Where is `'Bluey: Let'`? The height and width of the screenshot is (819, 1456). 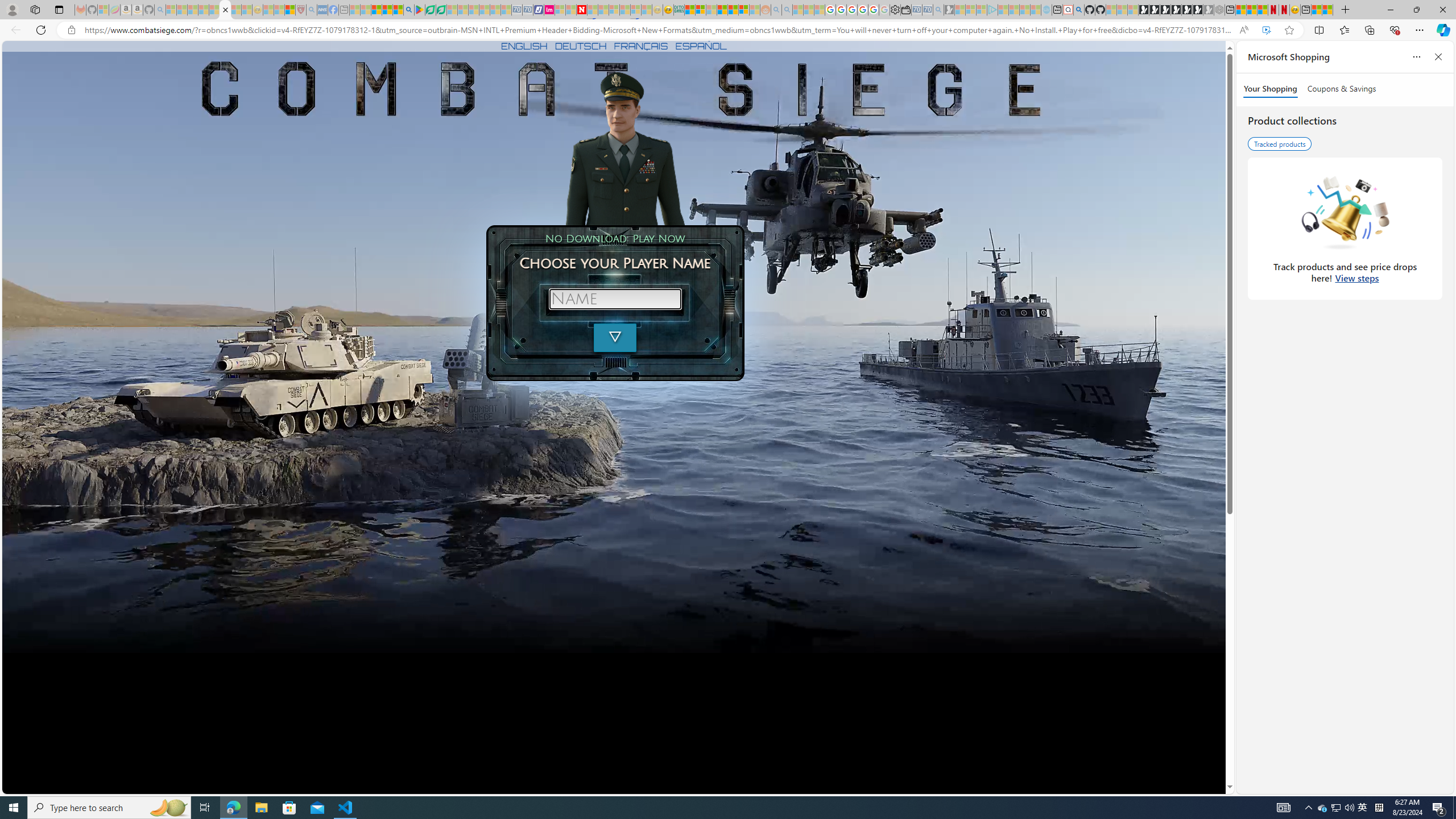 'Bluey: Let' is located at coordinates (419, 9).